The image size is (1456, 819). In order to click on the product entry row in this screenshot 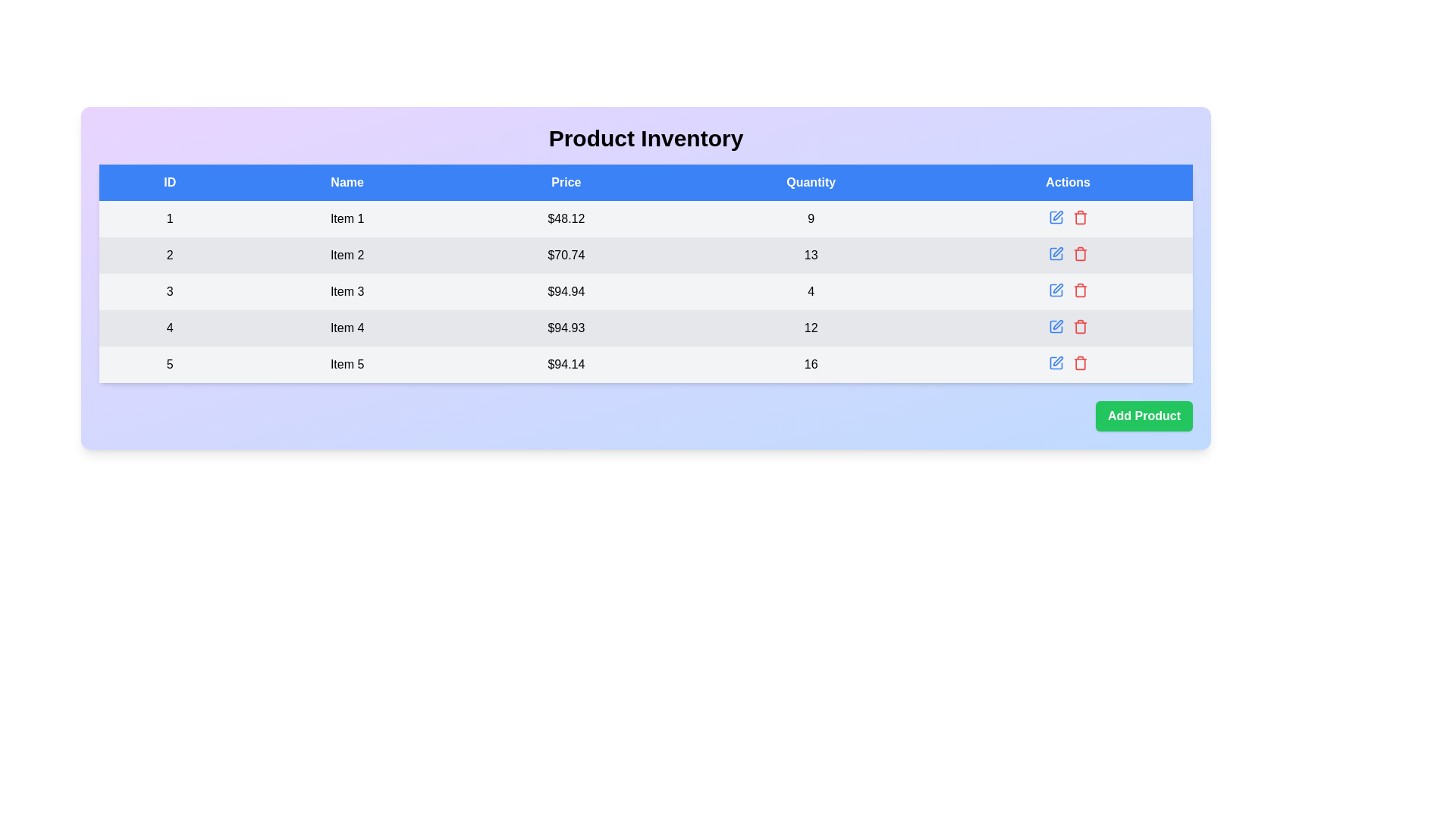, I will do `click(645, 292)`.